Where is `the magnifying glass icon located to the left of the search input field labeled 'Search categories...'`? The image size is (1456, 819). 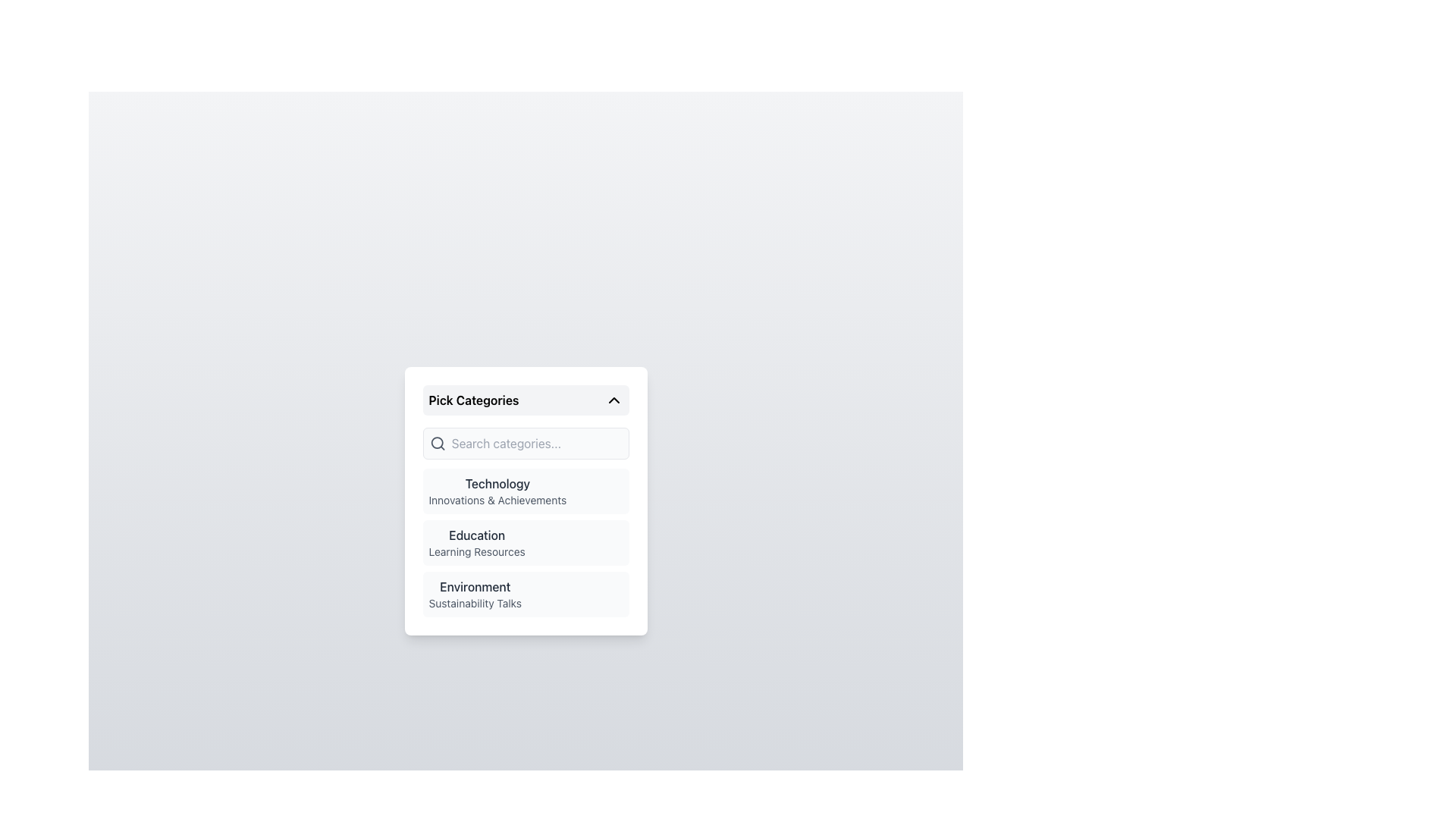 the magnifying glass icon located to the left of the search input field labeled 'Search categories...' is located at coordinates (437, 444).